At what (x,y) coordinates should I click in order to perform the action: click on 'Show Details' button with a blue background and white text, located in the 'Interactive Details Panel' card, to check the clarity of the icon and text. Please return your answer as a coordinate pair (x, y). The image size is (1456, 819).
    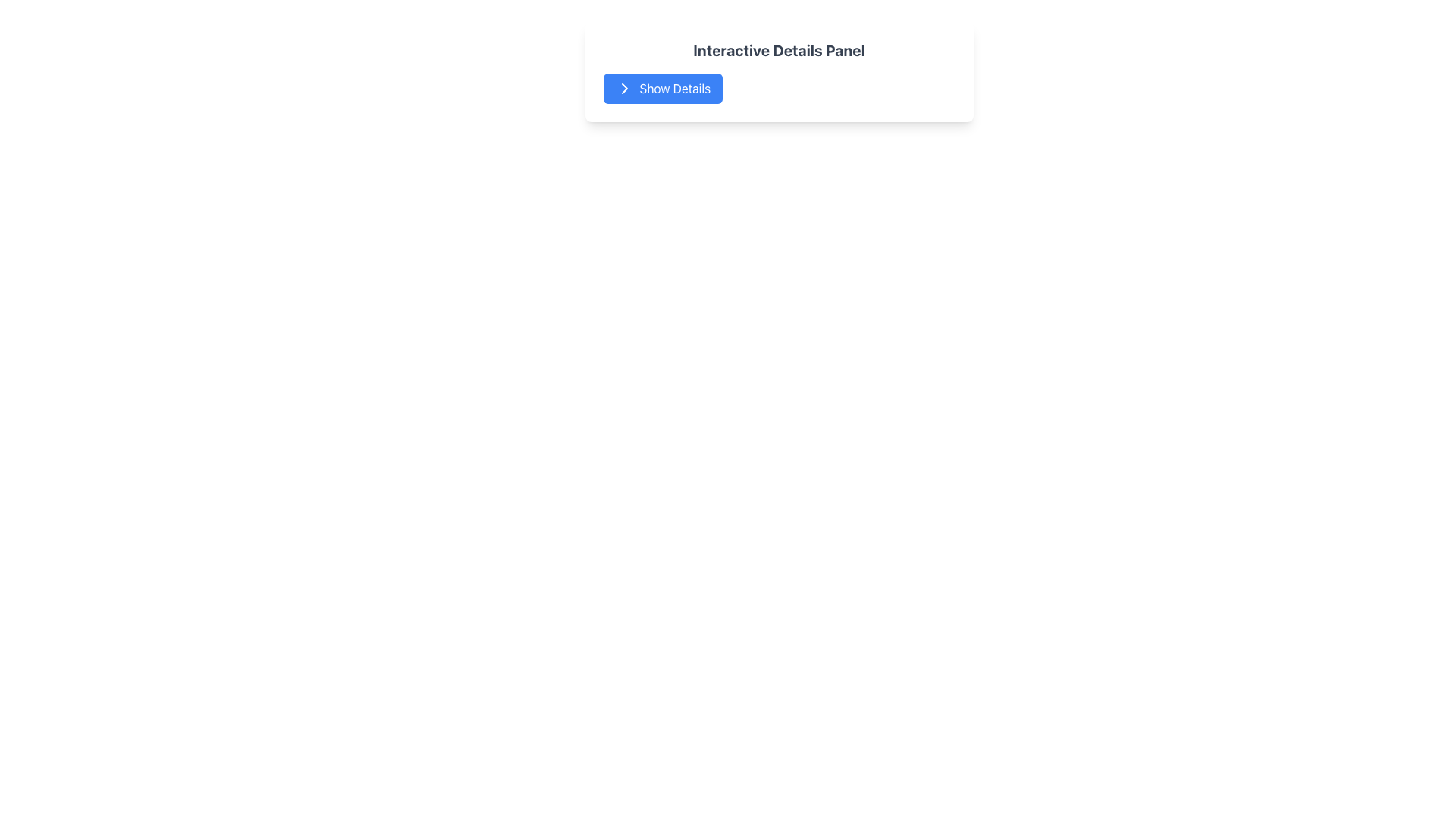
    Looking at the image, I should click on (662, 88).